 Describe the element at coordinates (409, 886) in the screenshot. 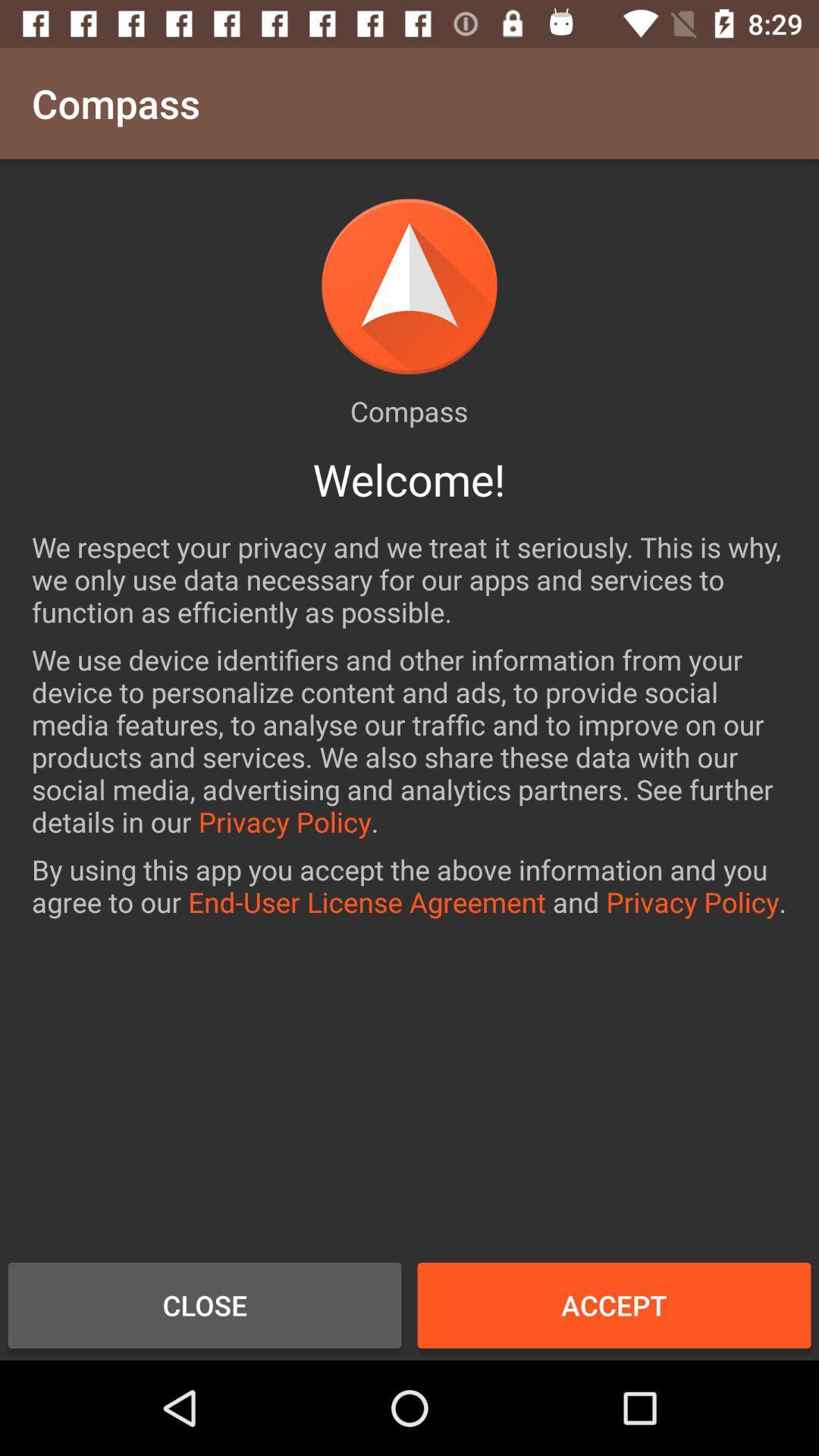

I see `by using this icon` at that location.